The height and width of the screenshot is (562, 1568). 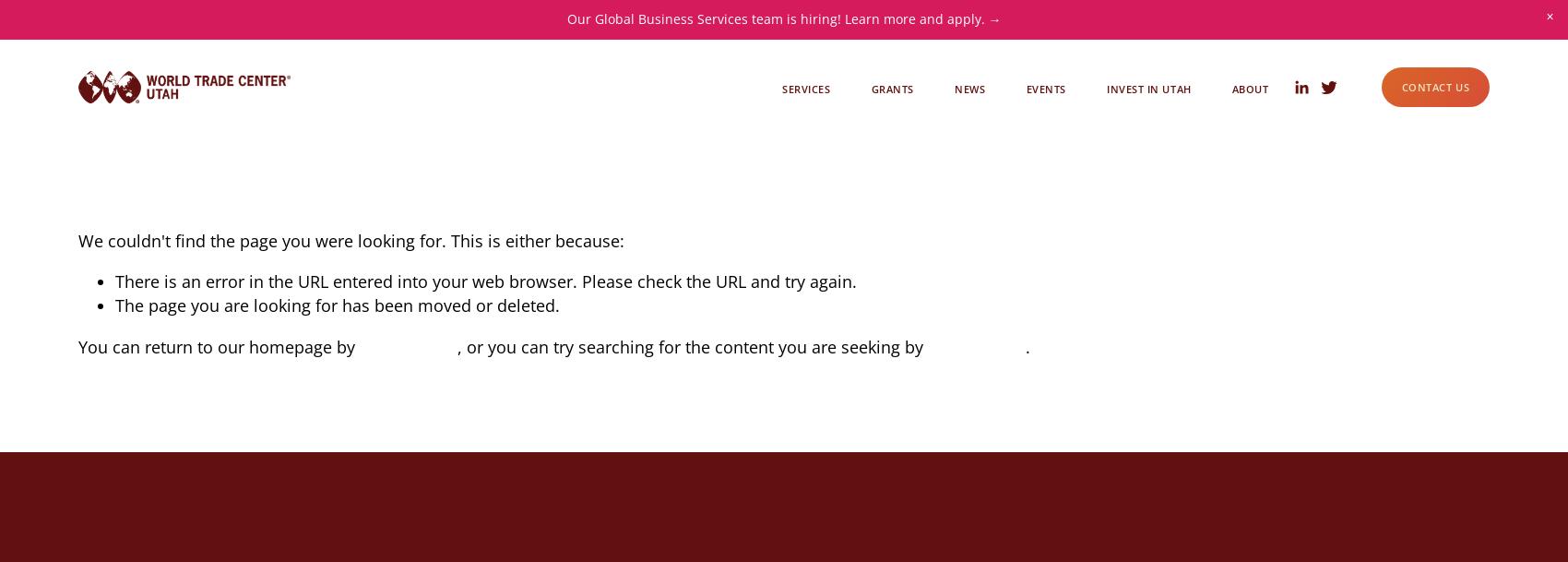 What do you see at coordinates (1197, 140) in the screenshot?
I see `'Global Advisory Board'` at bounding box center [1197, 140].